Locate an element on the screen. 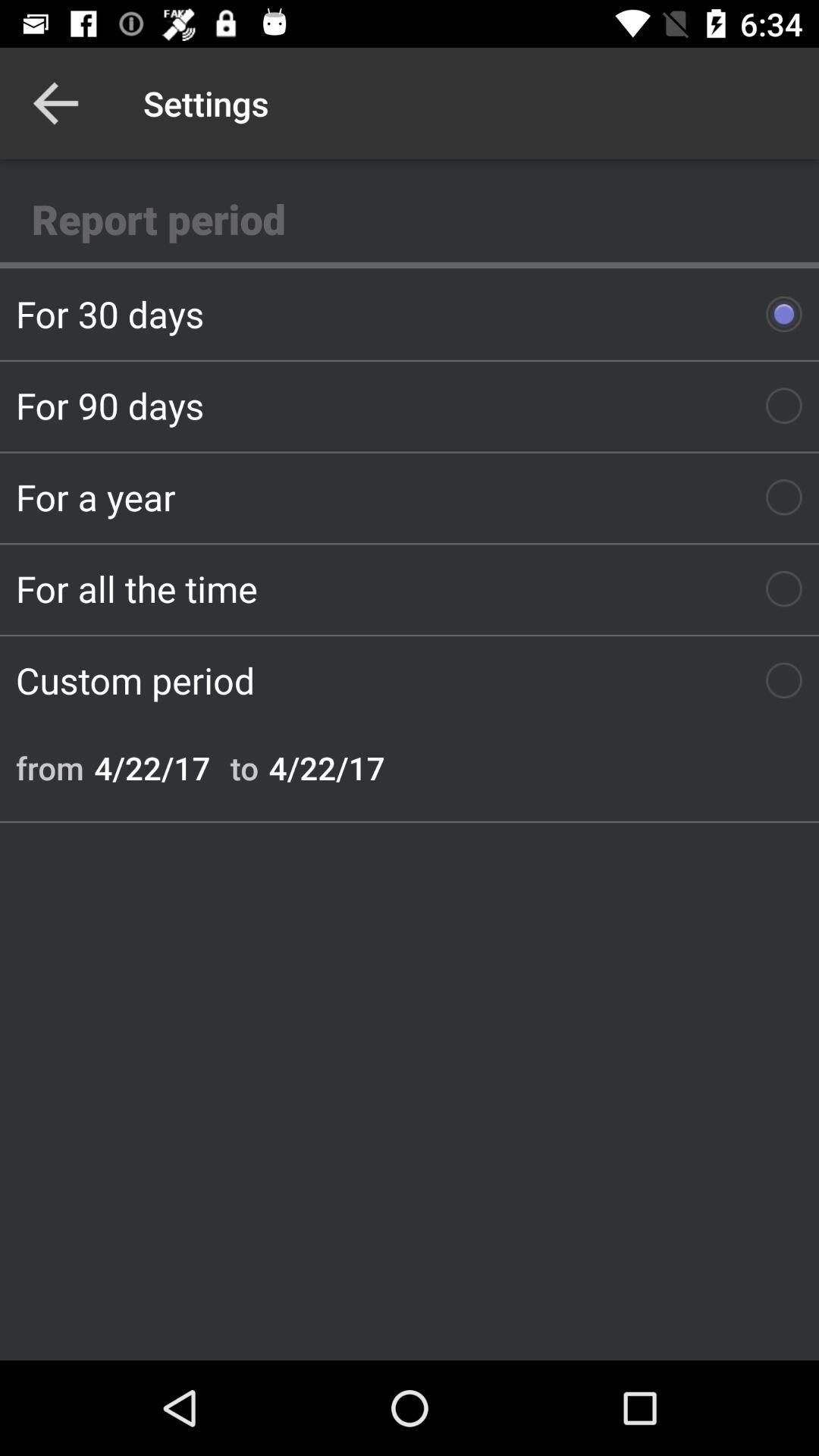  icon next to the 4/22/17 is located at coordinates (49, 767).